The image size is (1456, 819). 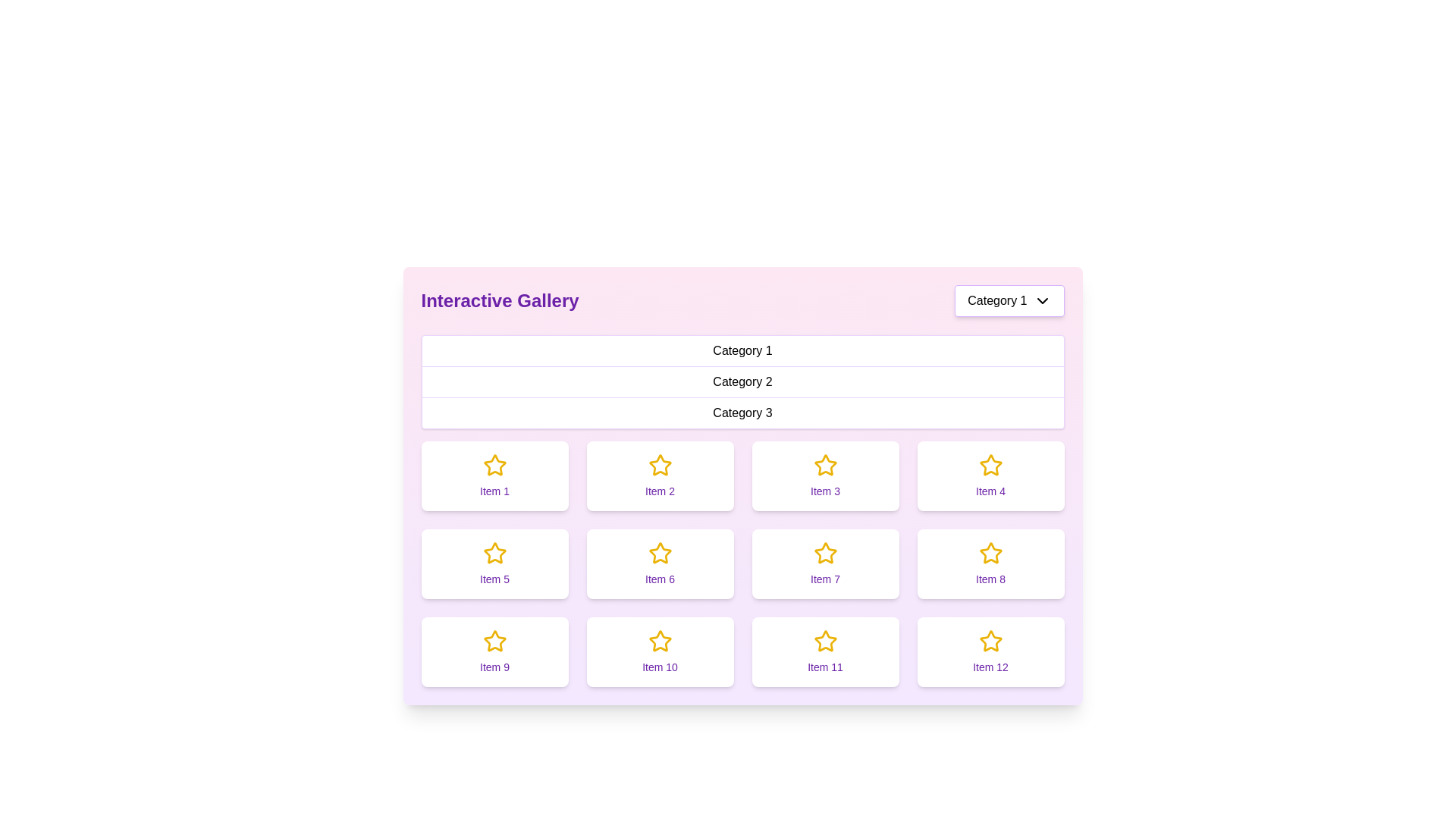 I want to click on the third item in the second row of the gallery-style layout card, which is located below 'Item 3' and above 'Item 11', so click(x=824, y=564).